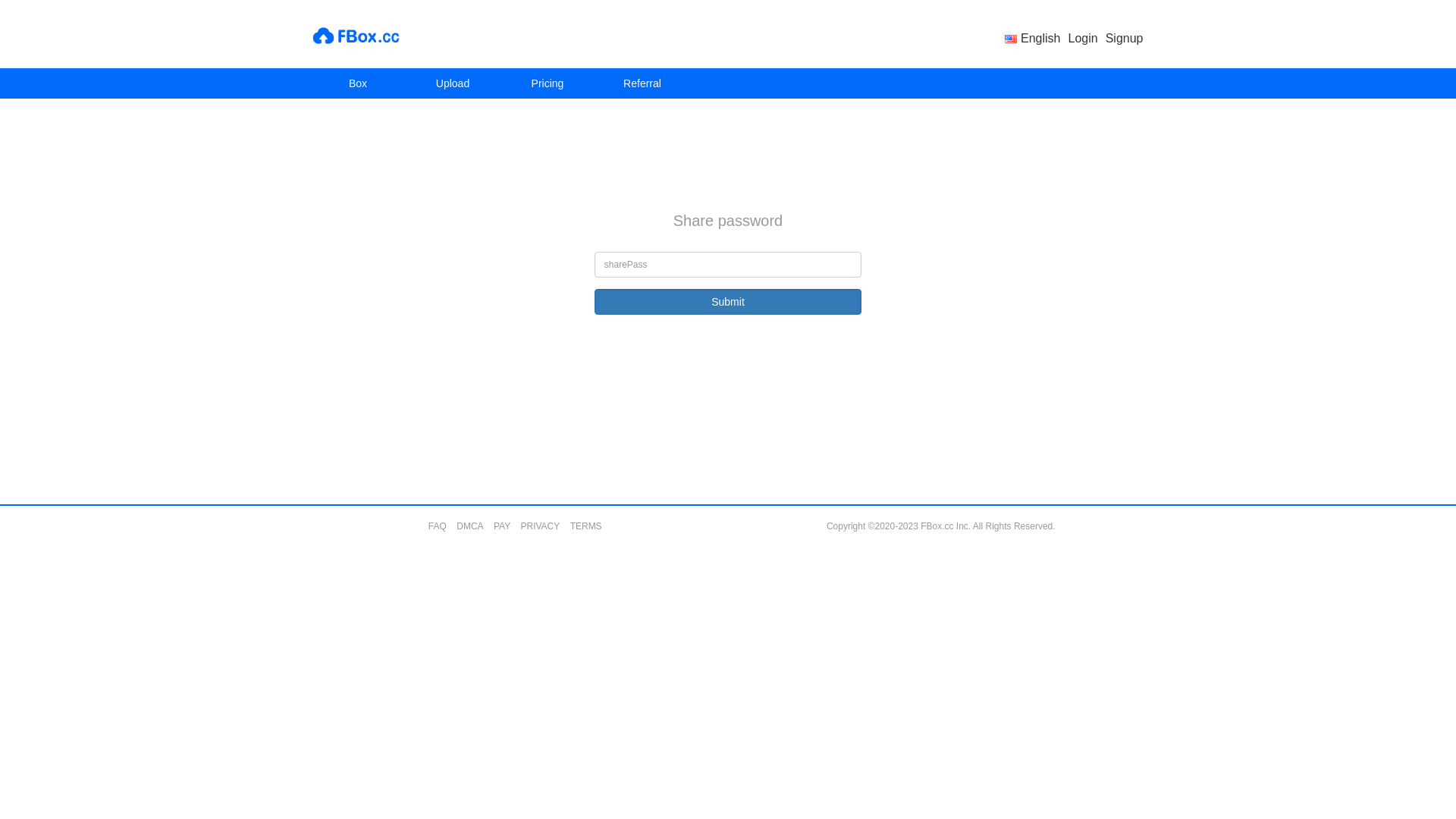  What do you see at coordinates (1031, 37) in the screenshot?
I see `'English'` at bounding box center [1031, 37].